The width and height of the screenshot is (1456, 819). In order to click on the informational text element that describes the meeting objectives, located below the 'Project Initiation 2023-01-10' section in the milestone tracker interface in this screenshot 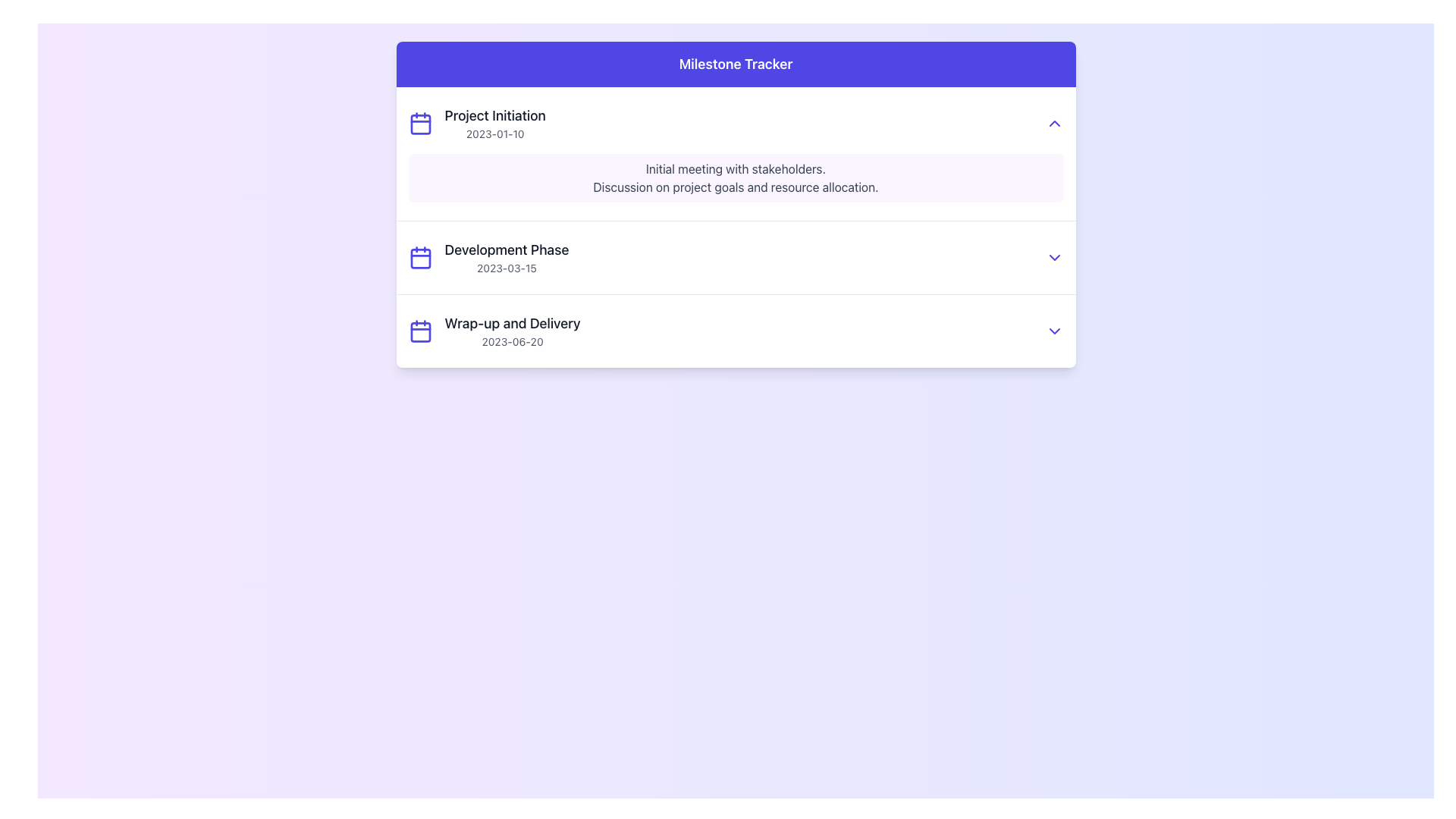, I will do `click(736, 177)`.